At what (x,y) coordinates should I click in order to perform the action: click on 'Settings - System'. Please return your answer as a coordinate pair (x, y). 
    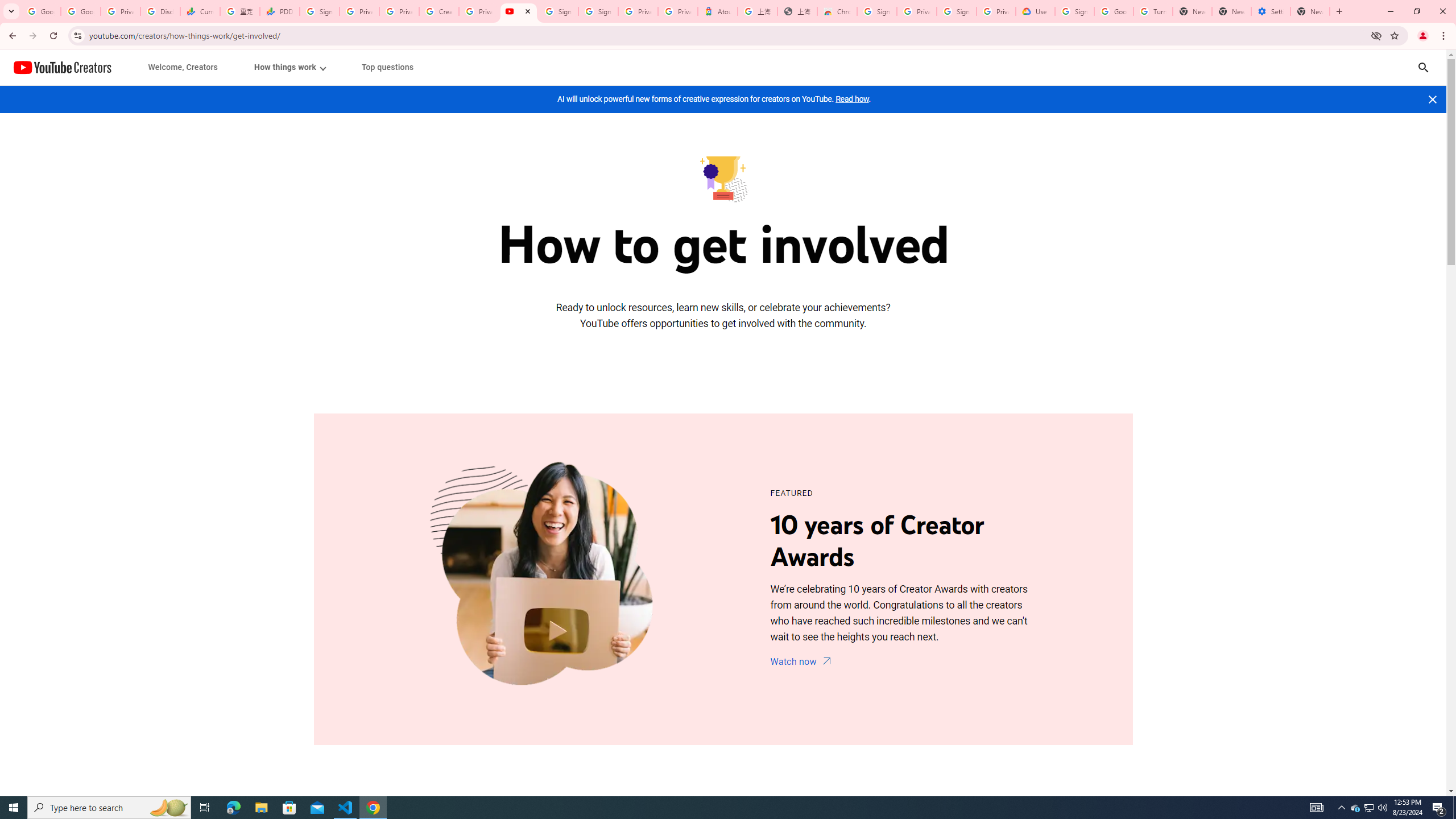
    Looking at the image, I should click on (1270, 11).